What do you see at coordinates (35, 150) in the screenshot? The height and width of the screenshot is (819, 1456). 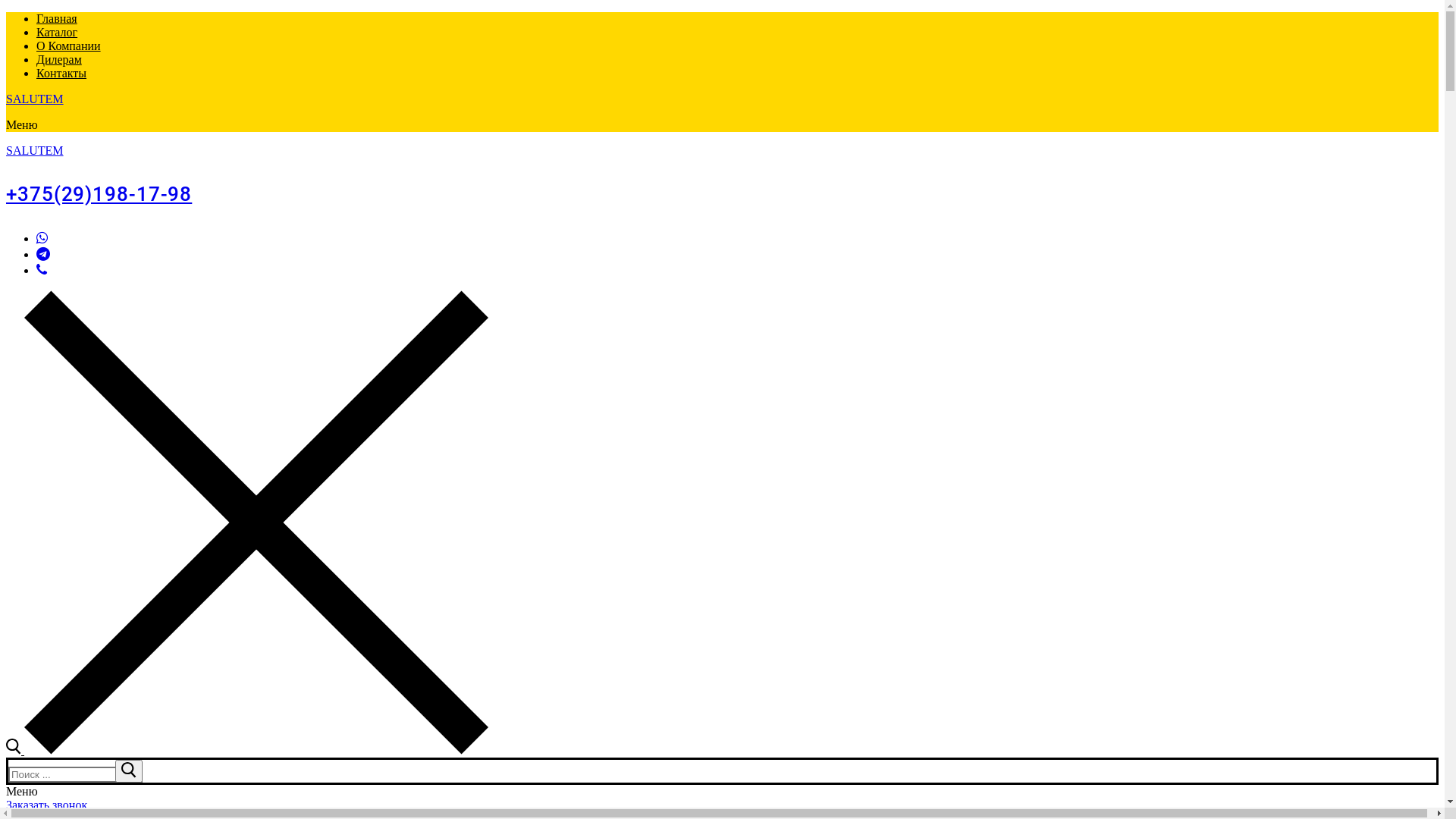 I see `'SALUTEM'` at bounding box center [35, 150].